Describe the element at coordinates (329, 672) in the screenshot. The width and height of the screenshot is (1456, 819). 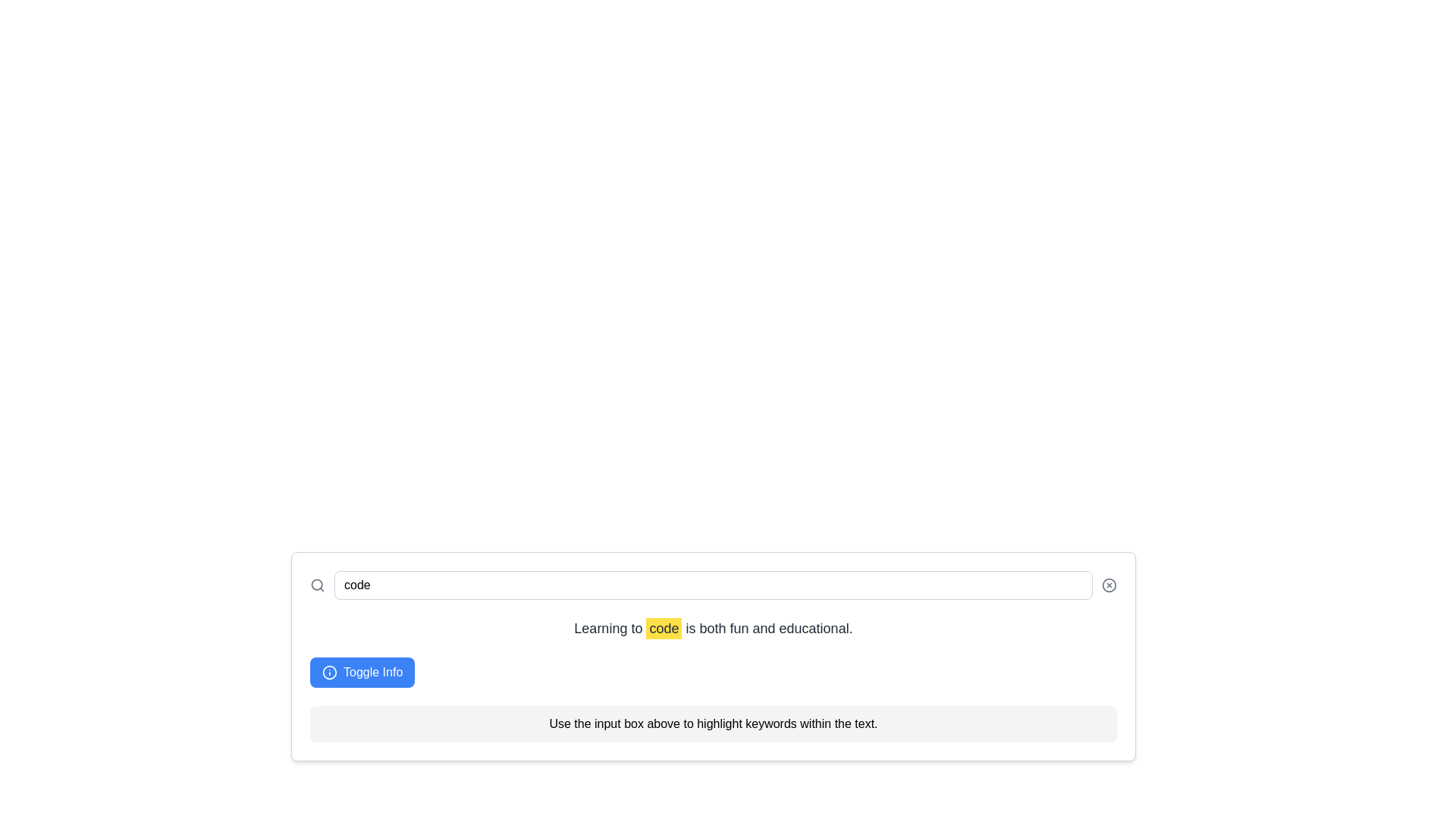
I see `the 'info' icon which is styled in a circular design with a blue background and white strokes, located to the left of the 'Toggle Info' button` at that location.